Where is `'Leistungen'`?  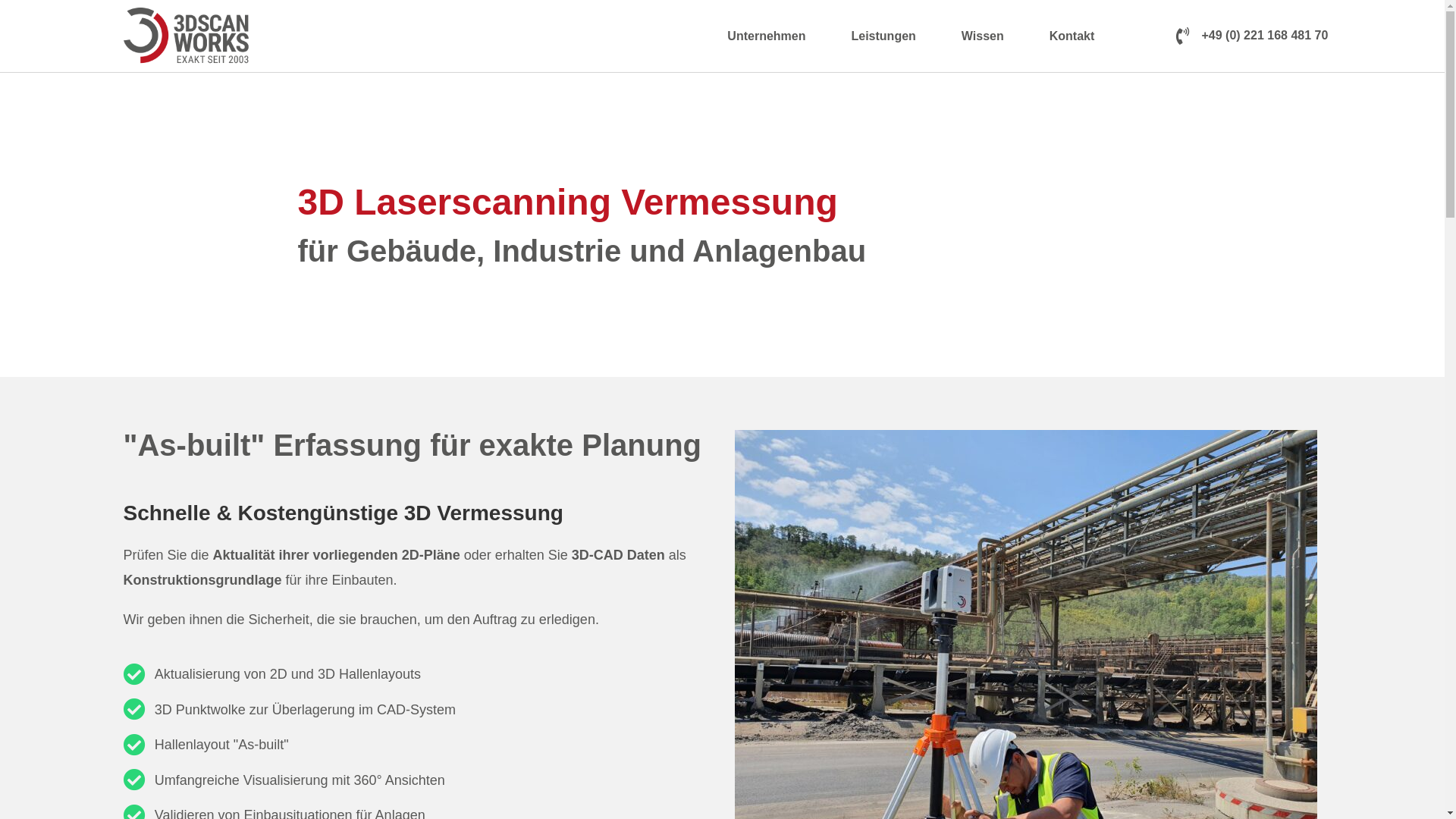
'Leistungen' is located at coordinates (831, 35).